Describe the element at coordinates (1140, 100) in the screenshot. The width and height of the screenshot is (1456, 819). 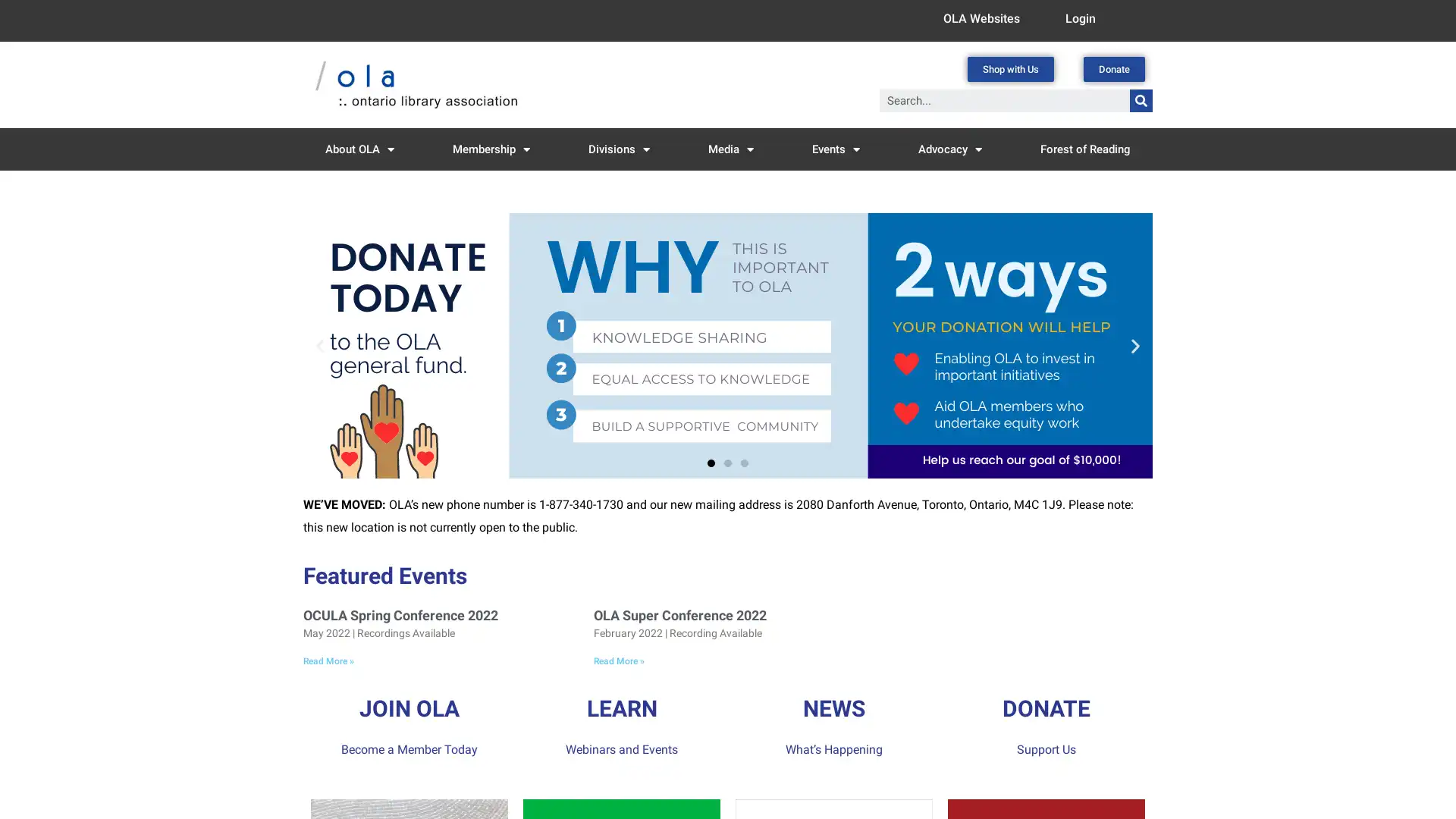
I see `Search` at that location.